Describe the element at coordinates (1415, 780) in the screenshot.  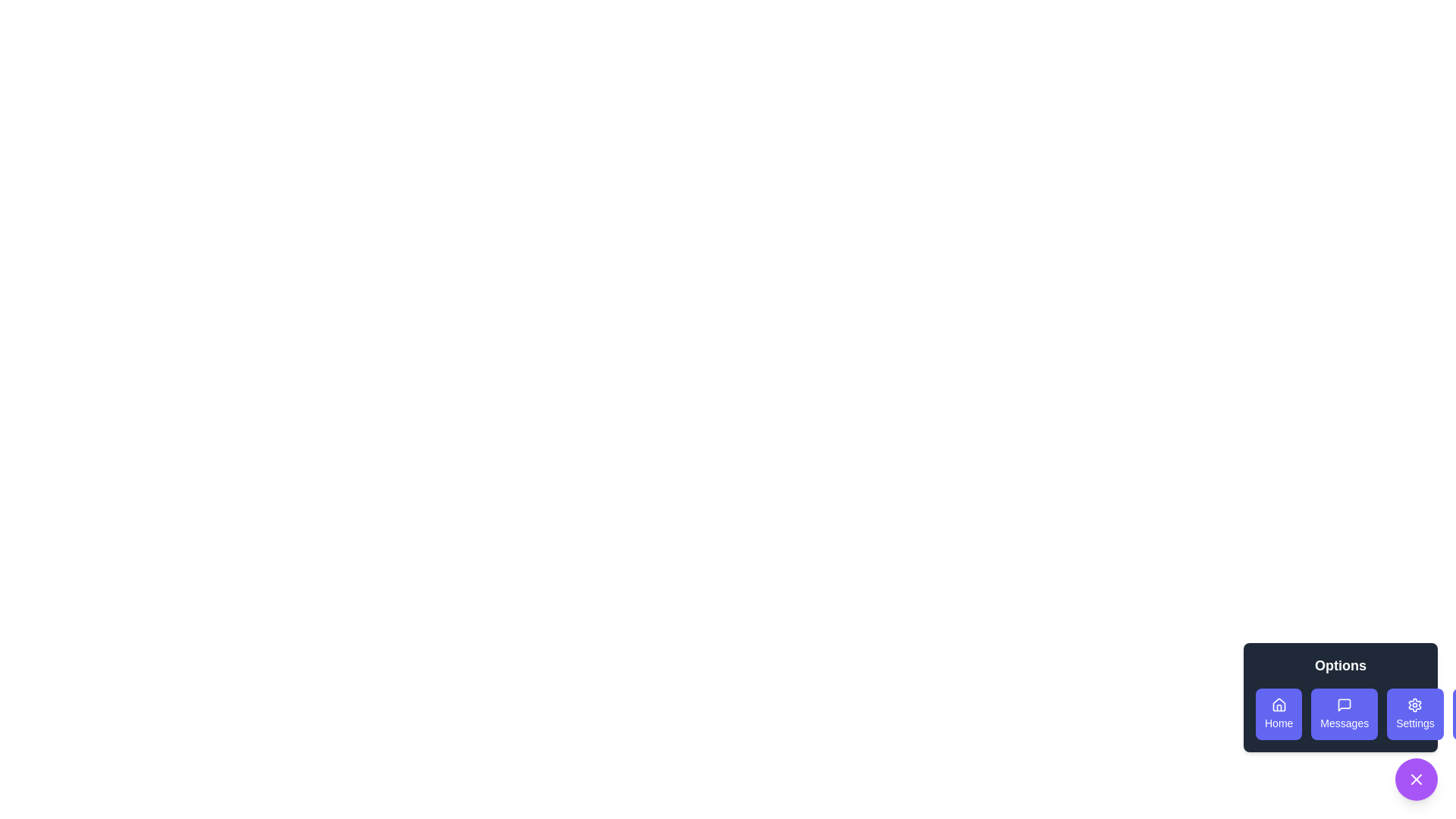
I see `the close button located at the bottom-right corner of the dialog, just below the 'Settings' button` at that location.